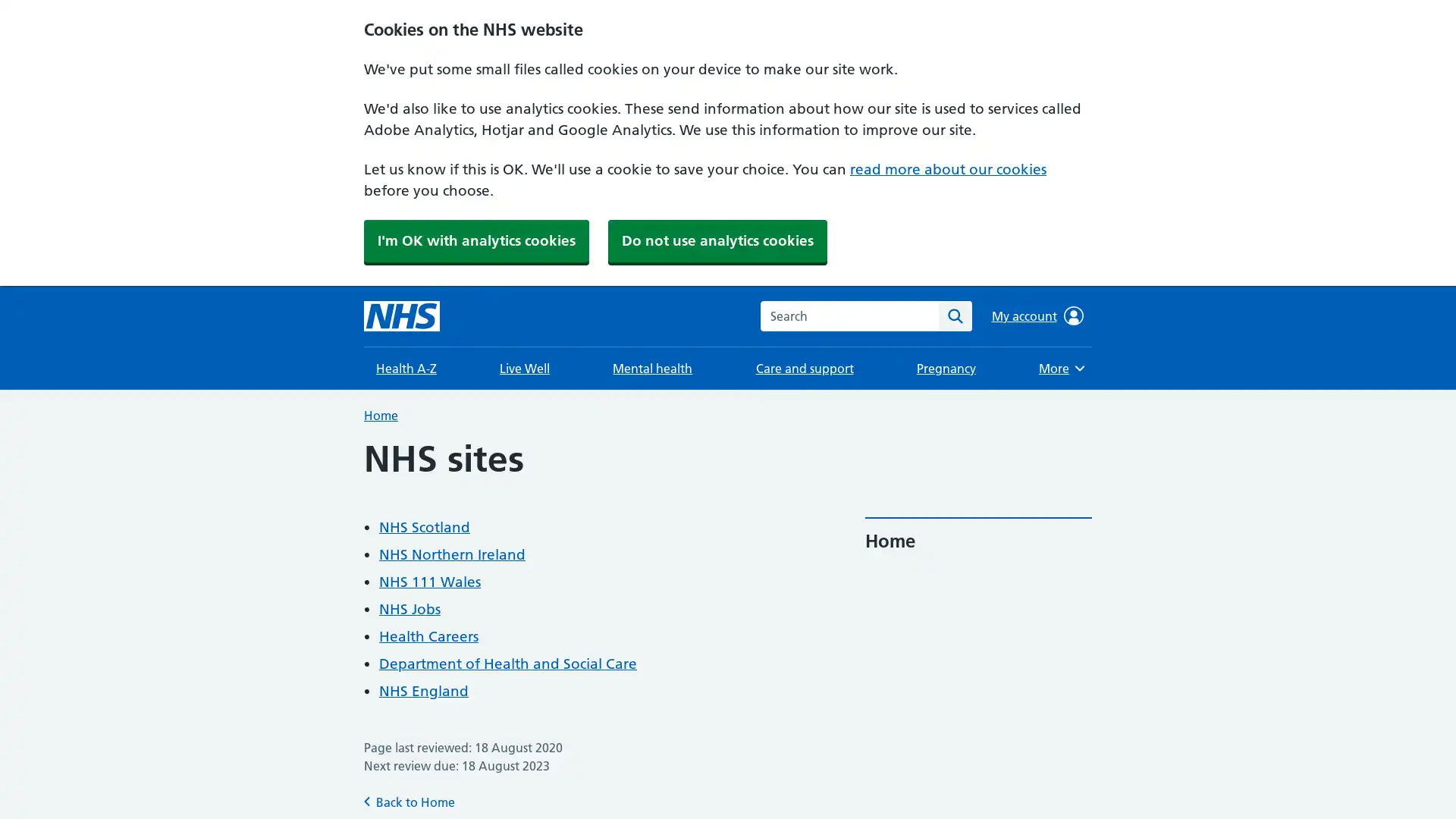 This screenshot has width=1456, height=819. Describe the element at coordinates (717, 240) in the screenshot. I see `Do not use analytics cookies` at that location.